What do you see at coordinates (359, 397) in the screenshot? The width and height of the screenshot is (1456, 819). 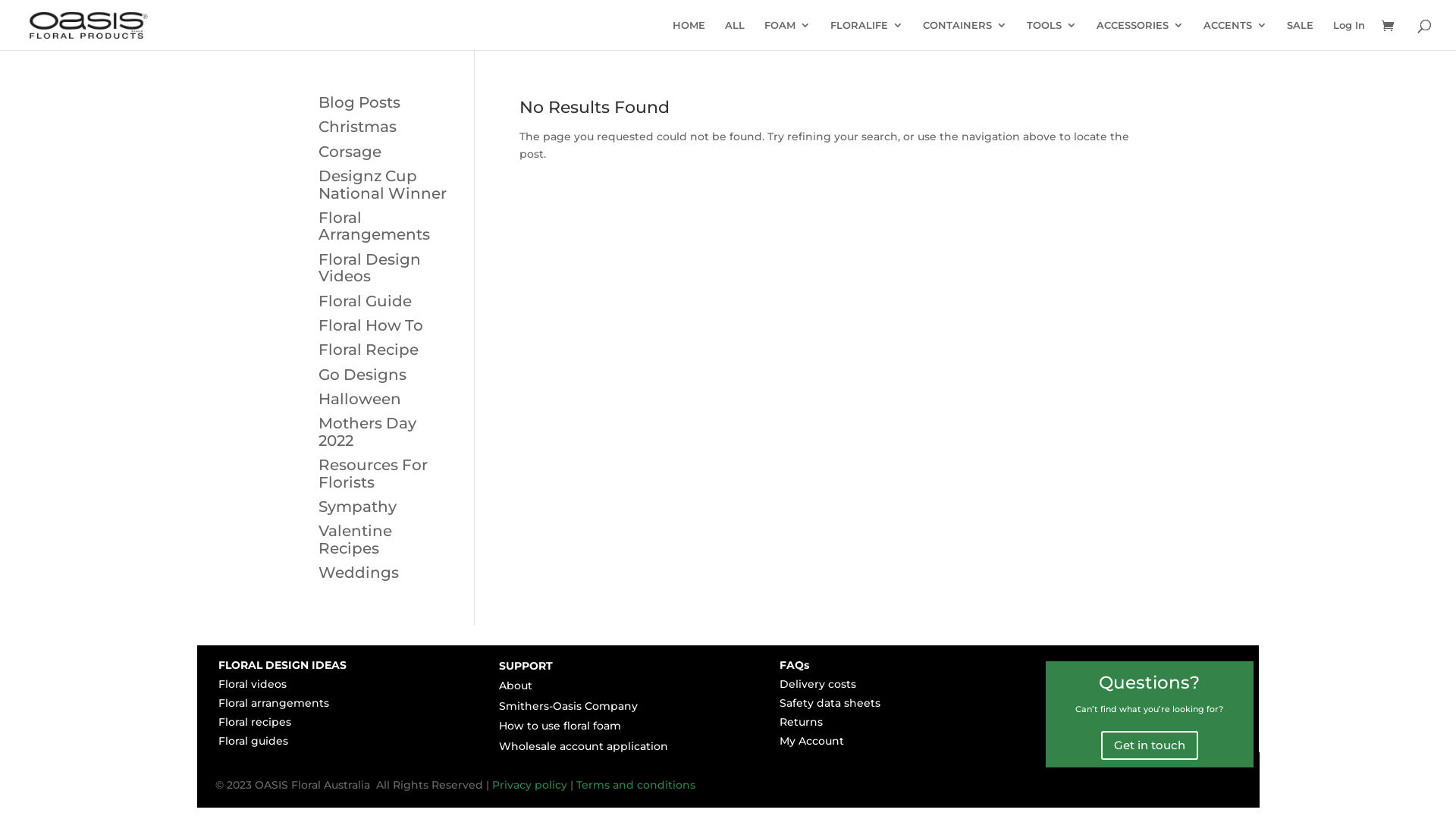 I see `'Halloween'` at bounding box center [359, 397].